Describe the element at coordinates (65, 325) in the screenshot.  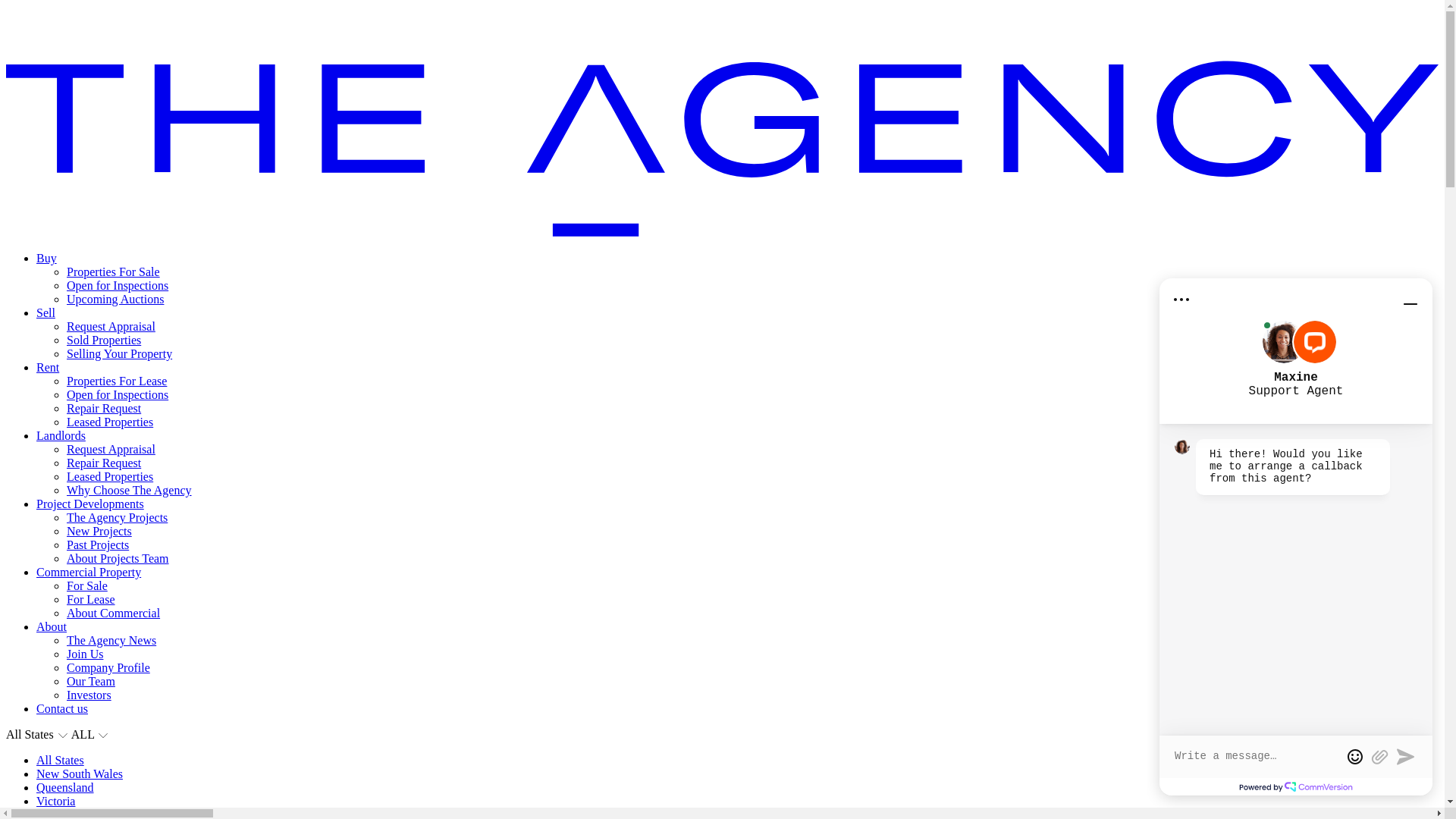
I see `'Request Appraisal'` at that location.